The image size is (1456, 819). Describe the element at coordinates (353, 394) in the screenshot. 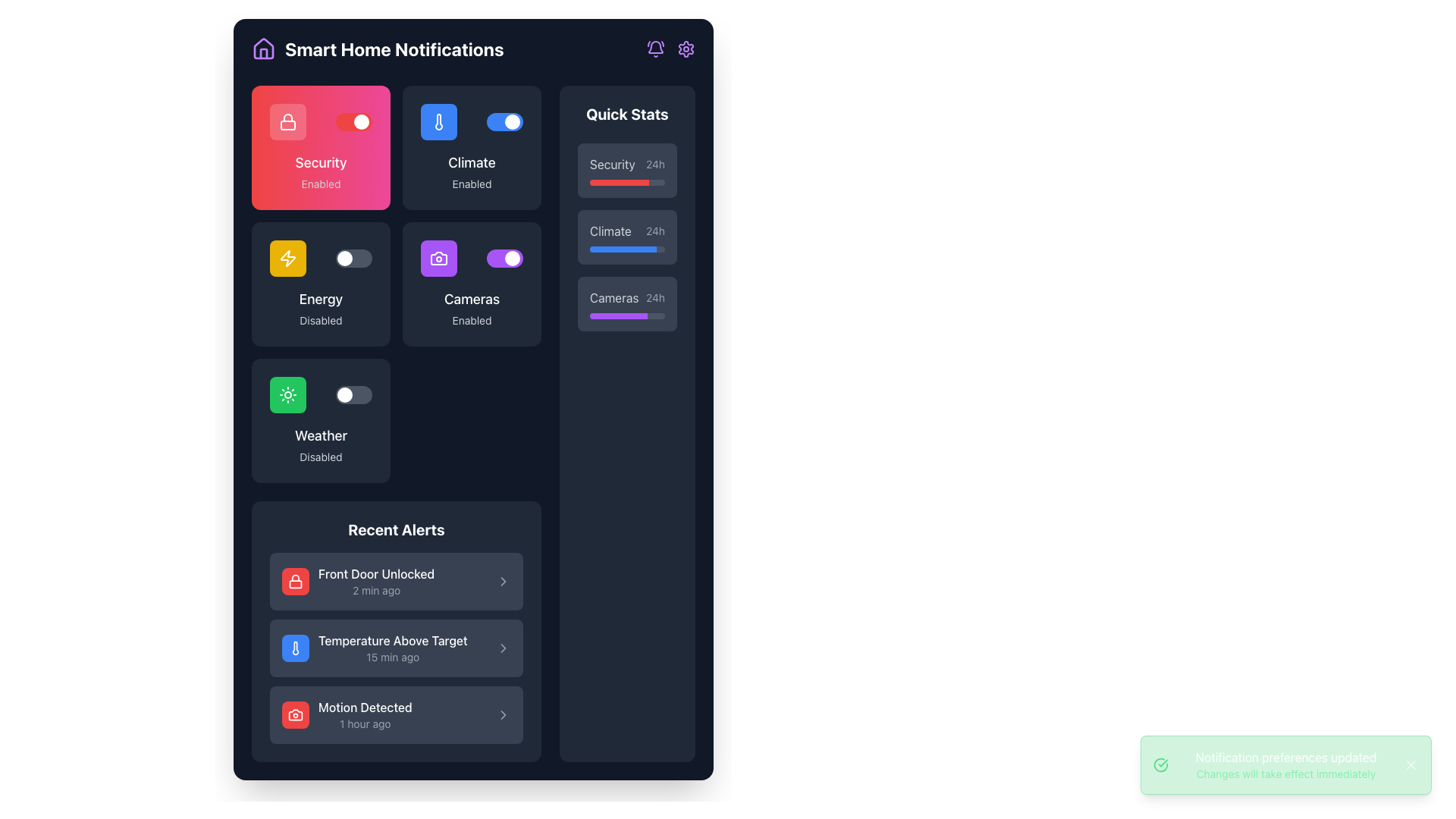

I see `the circular white toggle knob of the toggle switch in the 'Weather' section` at that location.